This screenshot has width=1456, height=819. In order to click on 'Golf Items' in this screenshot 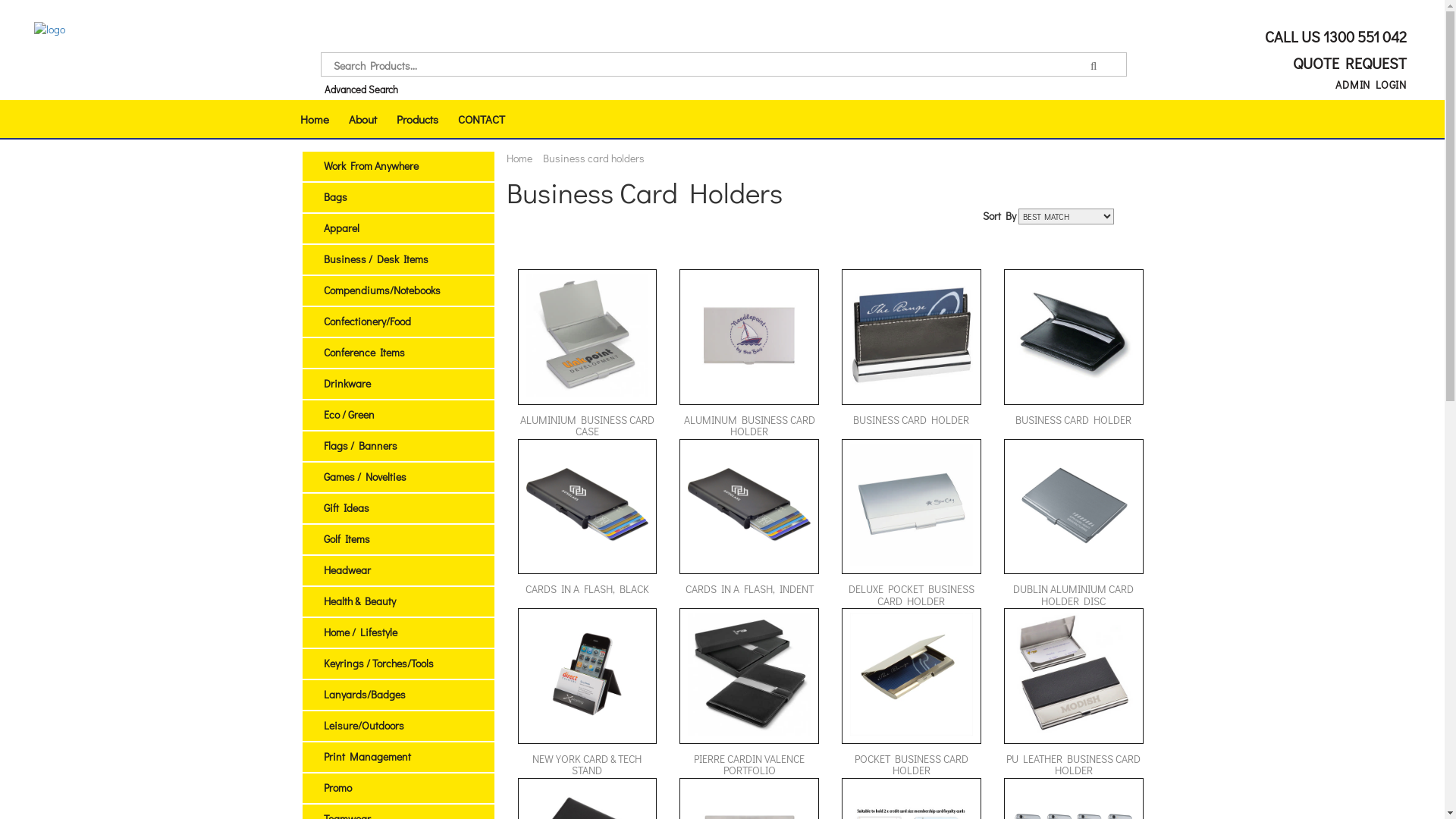, I will do `click(345, 538)`.